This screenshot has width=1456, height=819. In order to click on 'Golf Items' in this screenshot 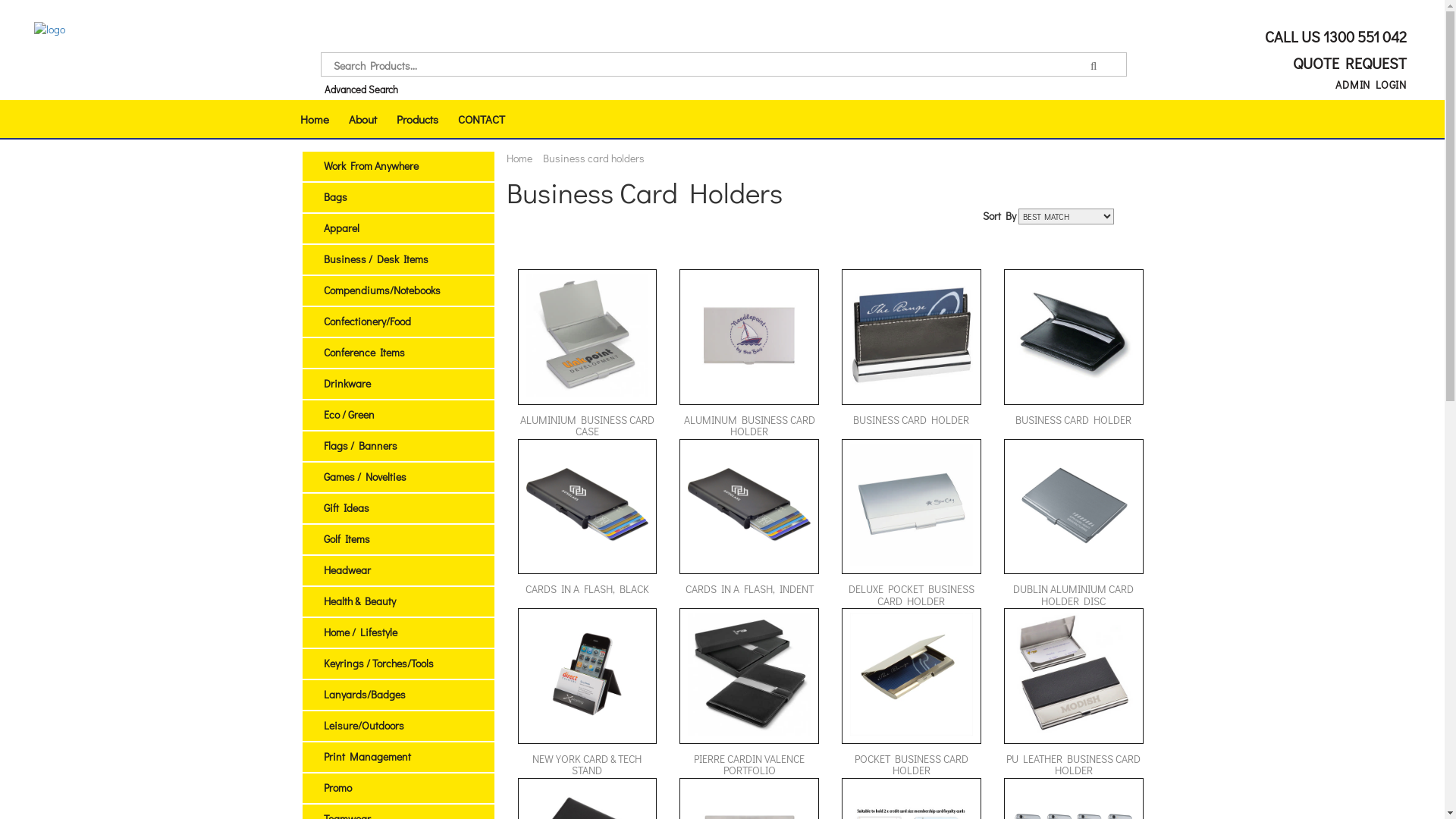, I will do `click(345, 538)`.